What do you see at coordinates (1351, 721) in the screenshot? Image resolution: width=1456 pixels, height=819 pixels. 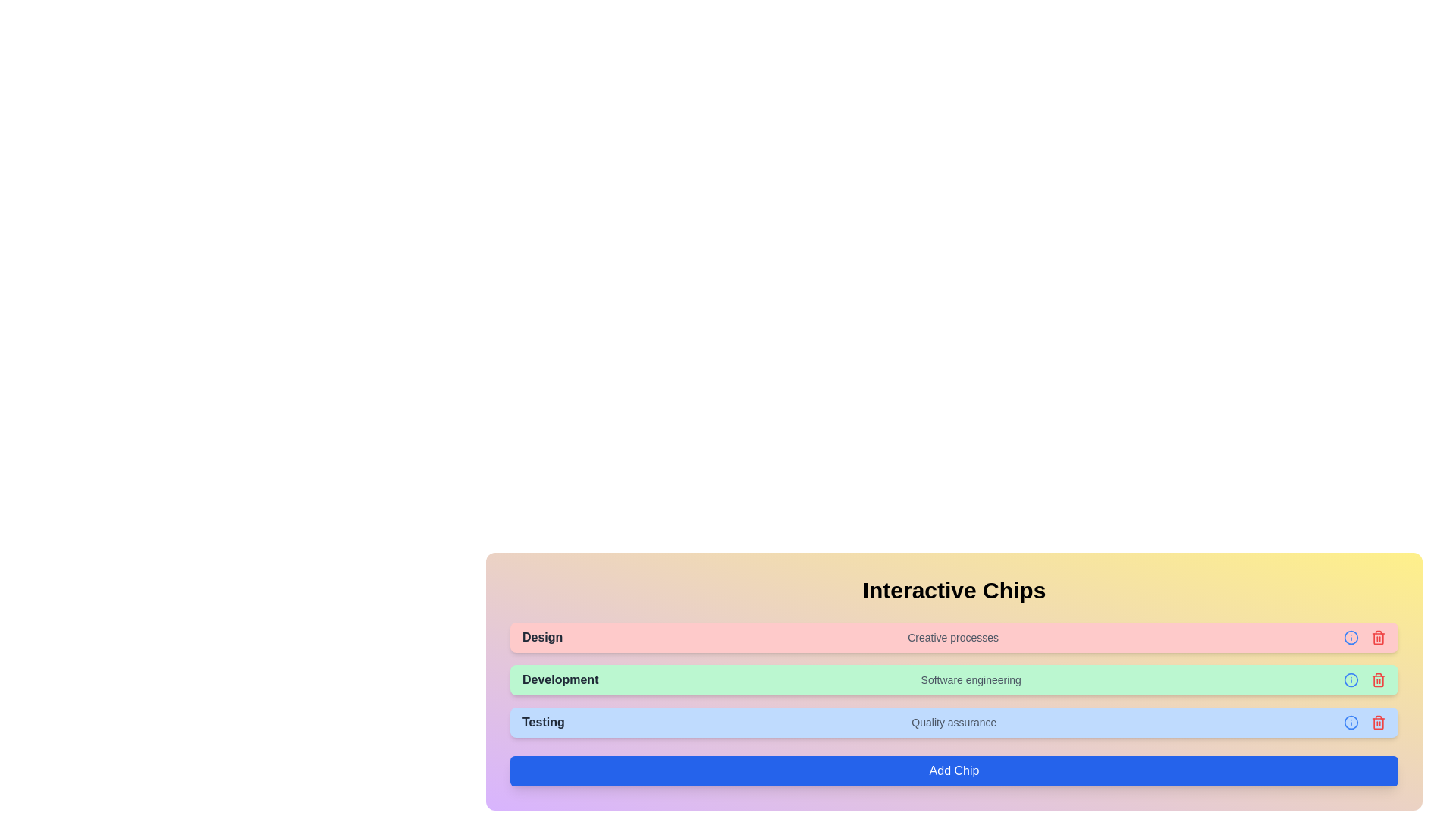 I see `'Info' icon for the chip labeled Testing` at bounding box center [1351, 721].